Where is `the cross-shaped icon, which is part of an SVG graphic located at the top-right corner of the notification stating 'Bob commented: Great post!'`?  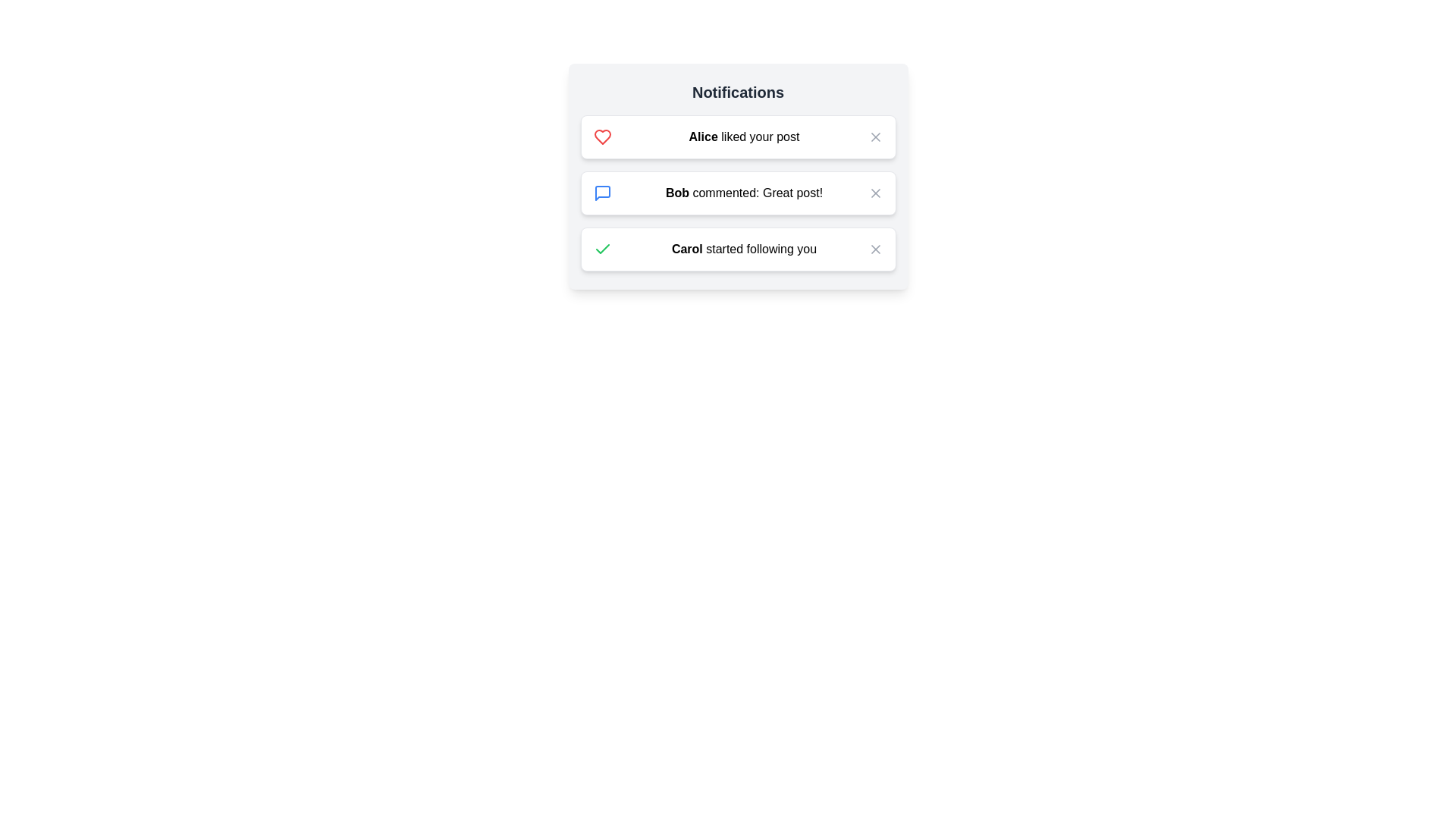 the cross-shaped icon, which is part of an SVG graphic located at the top-right corner of the notification stating 'Bob commented: Great post!' is located at coordinates (875, 192).